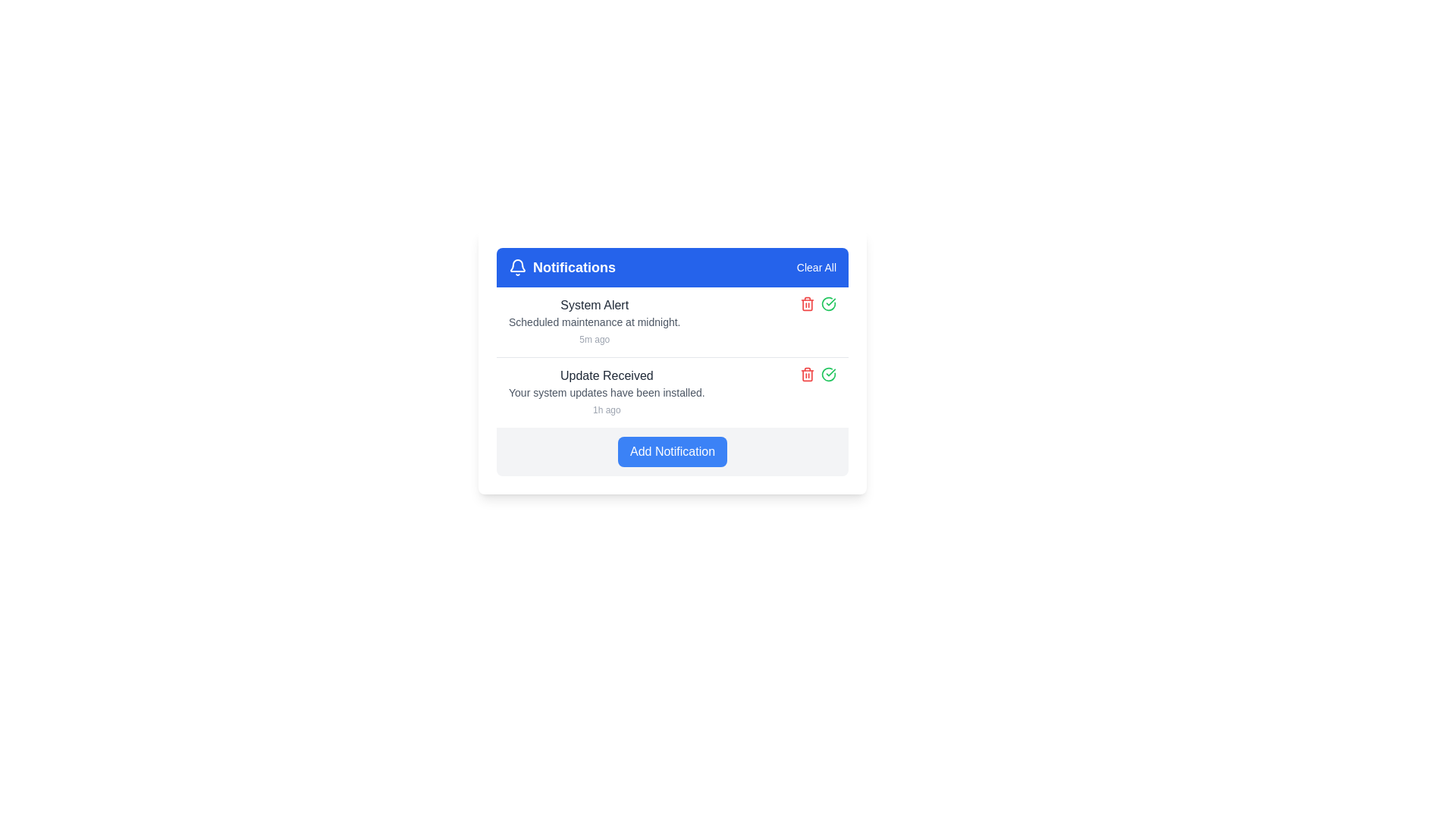 This screenshot has width=1456, height=819. I want to click on 'System Alert' notification message located just below the header of the notification panel, which is the first notification listed, so click(594, 321).